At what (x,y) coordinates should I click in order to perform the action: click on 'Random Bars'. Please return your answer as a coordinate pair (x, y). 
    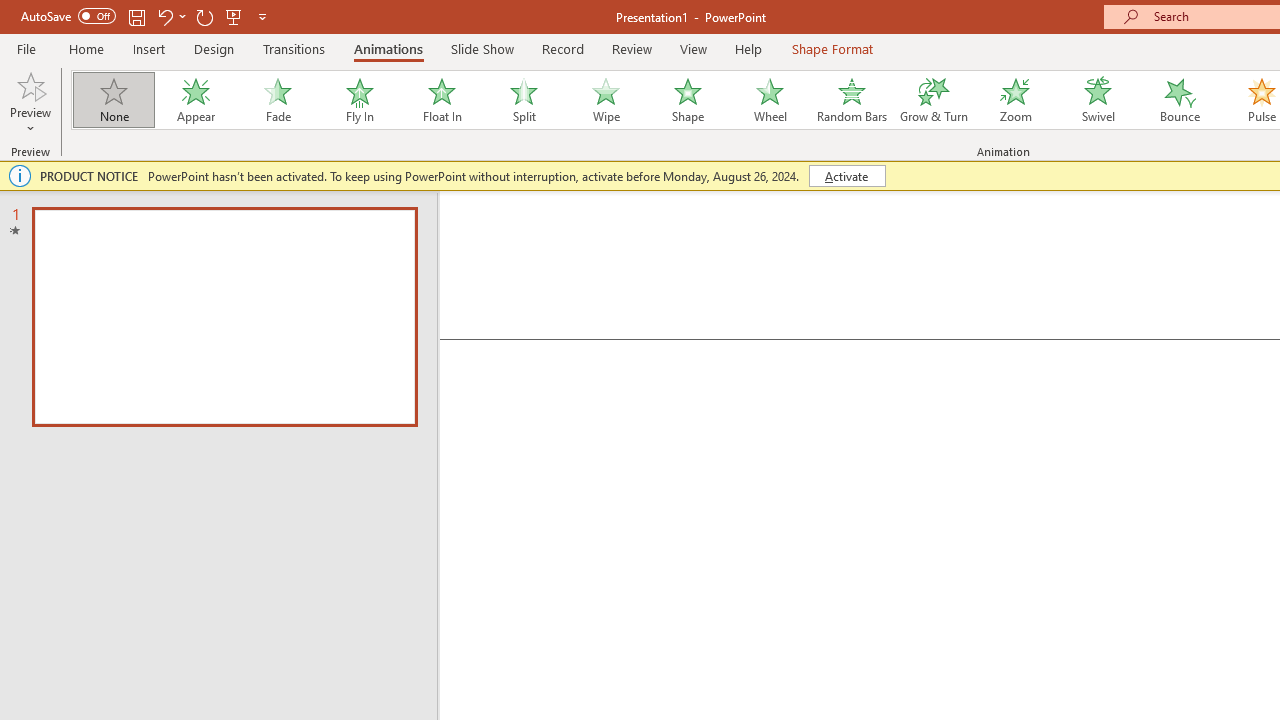
    Looking at the image, I should click on (852, 100).